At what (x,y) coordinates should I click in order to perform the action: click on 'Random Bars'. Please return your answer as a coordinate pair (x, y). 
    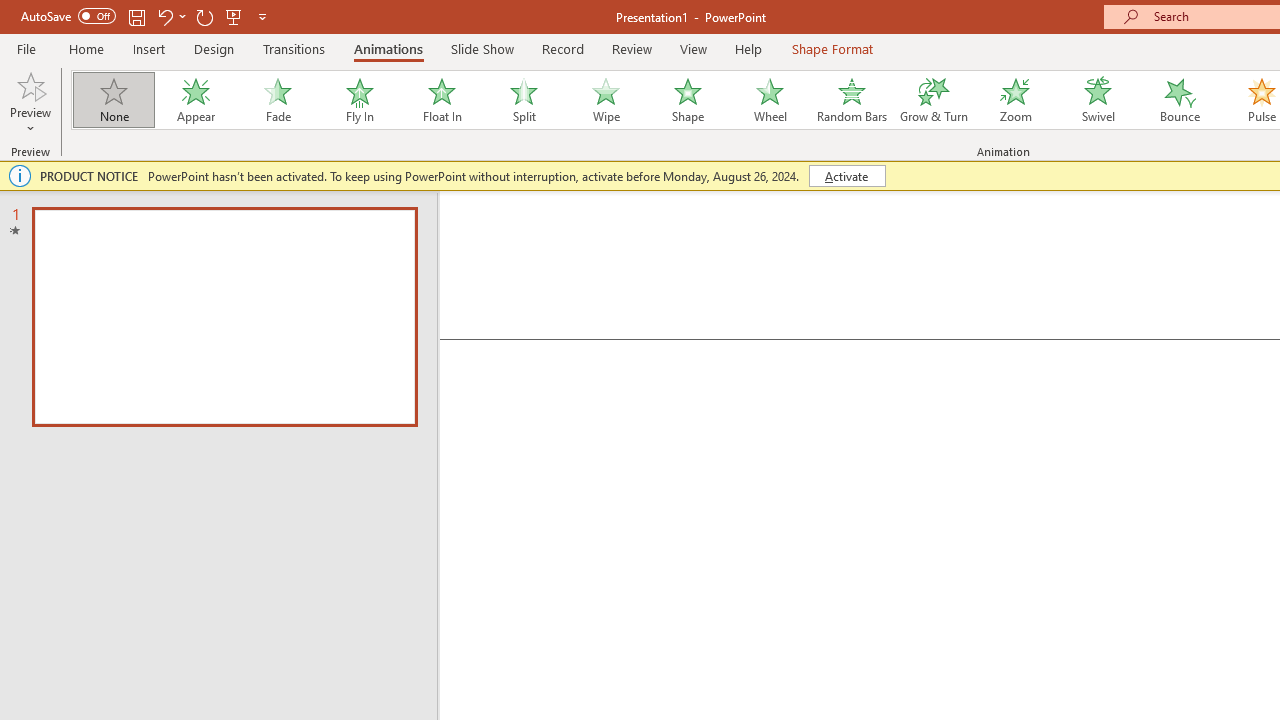
    Looking at the image, I should click on (852, 100).